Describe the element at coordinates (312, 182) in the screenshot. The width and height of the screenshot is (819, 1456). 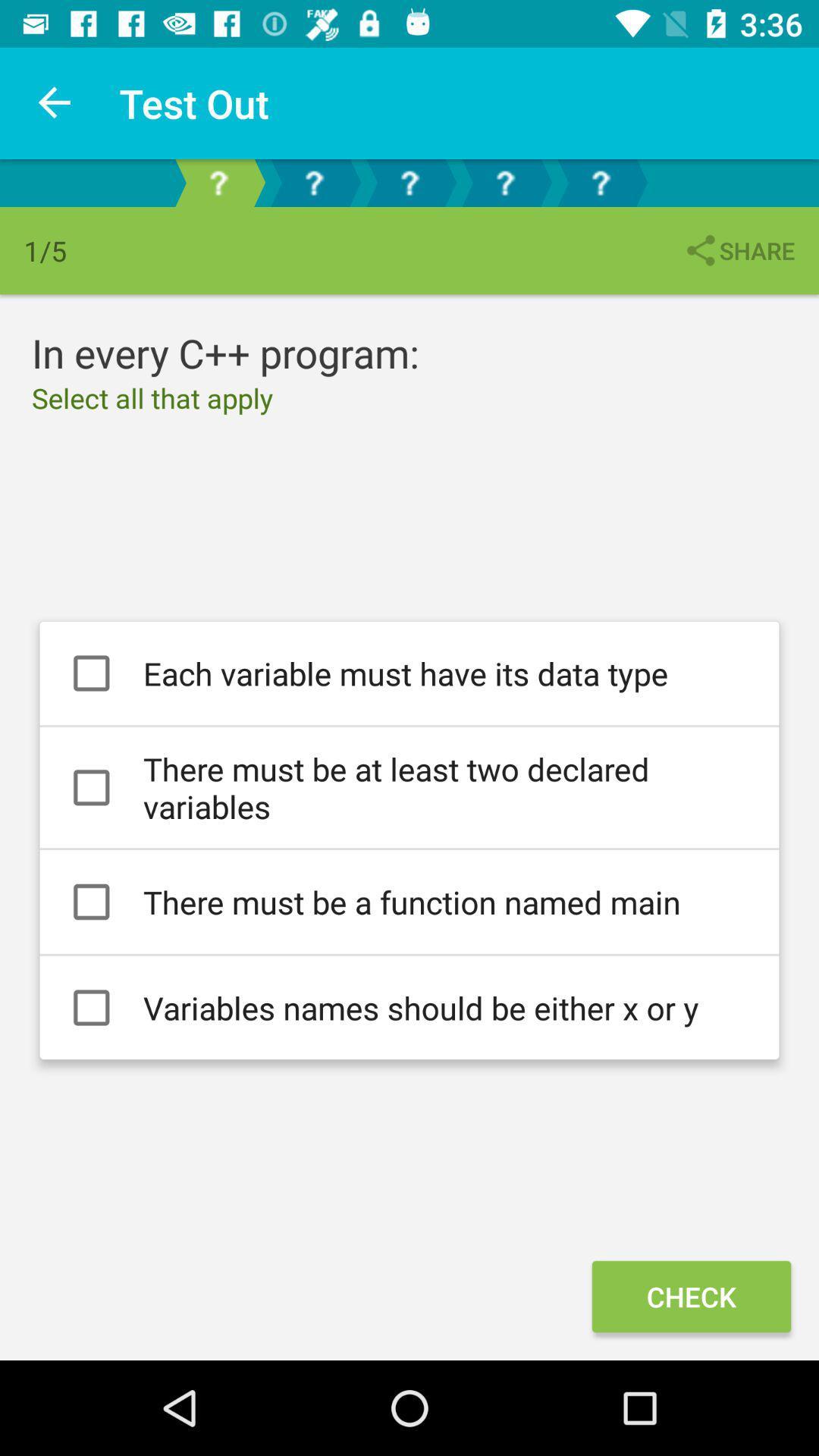
I see `move to the next question` at that location.